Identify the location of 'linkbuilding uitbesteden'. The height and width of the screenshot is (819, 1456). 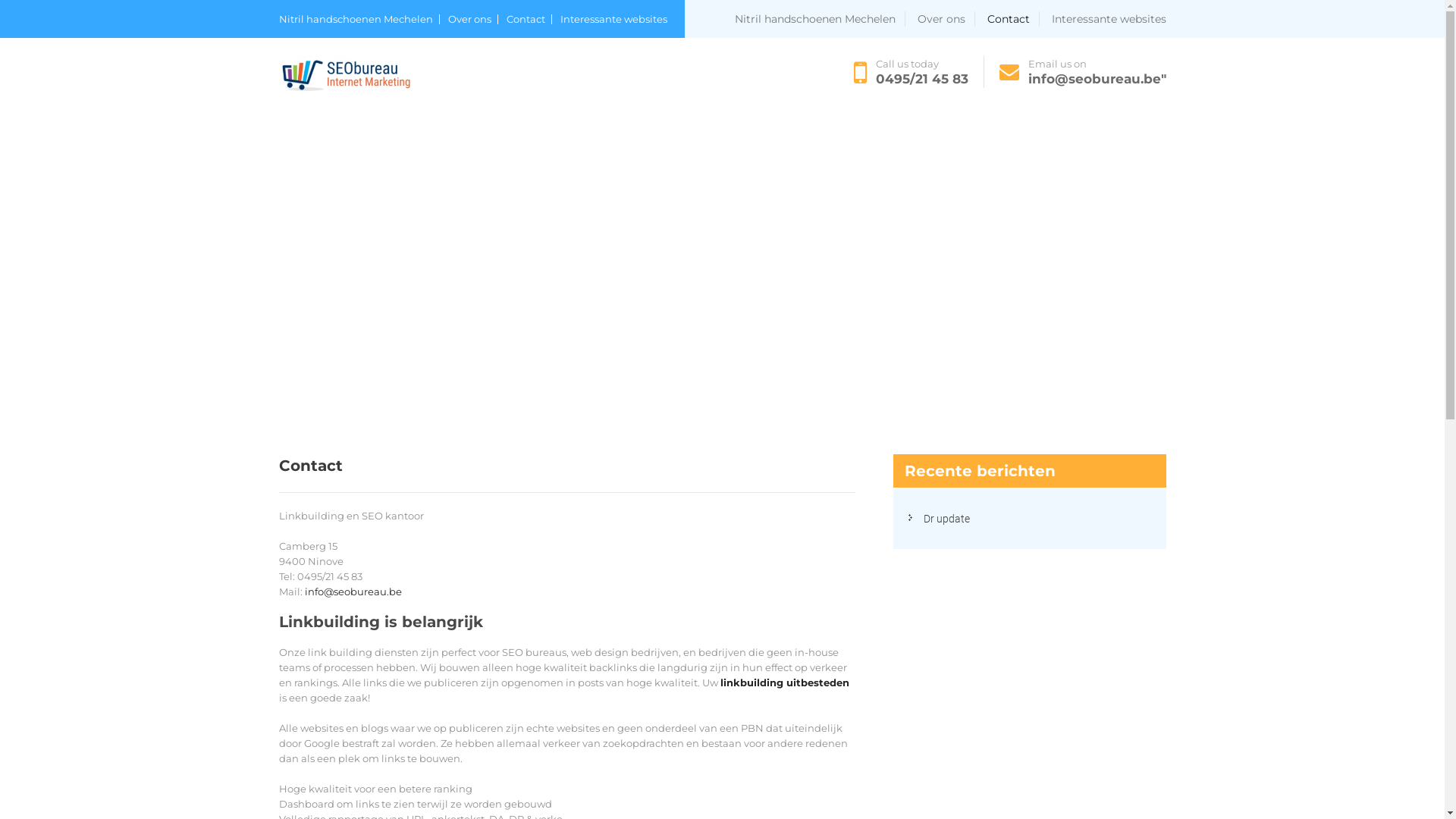
(785, 681).